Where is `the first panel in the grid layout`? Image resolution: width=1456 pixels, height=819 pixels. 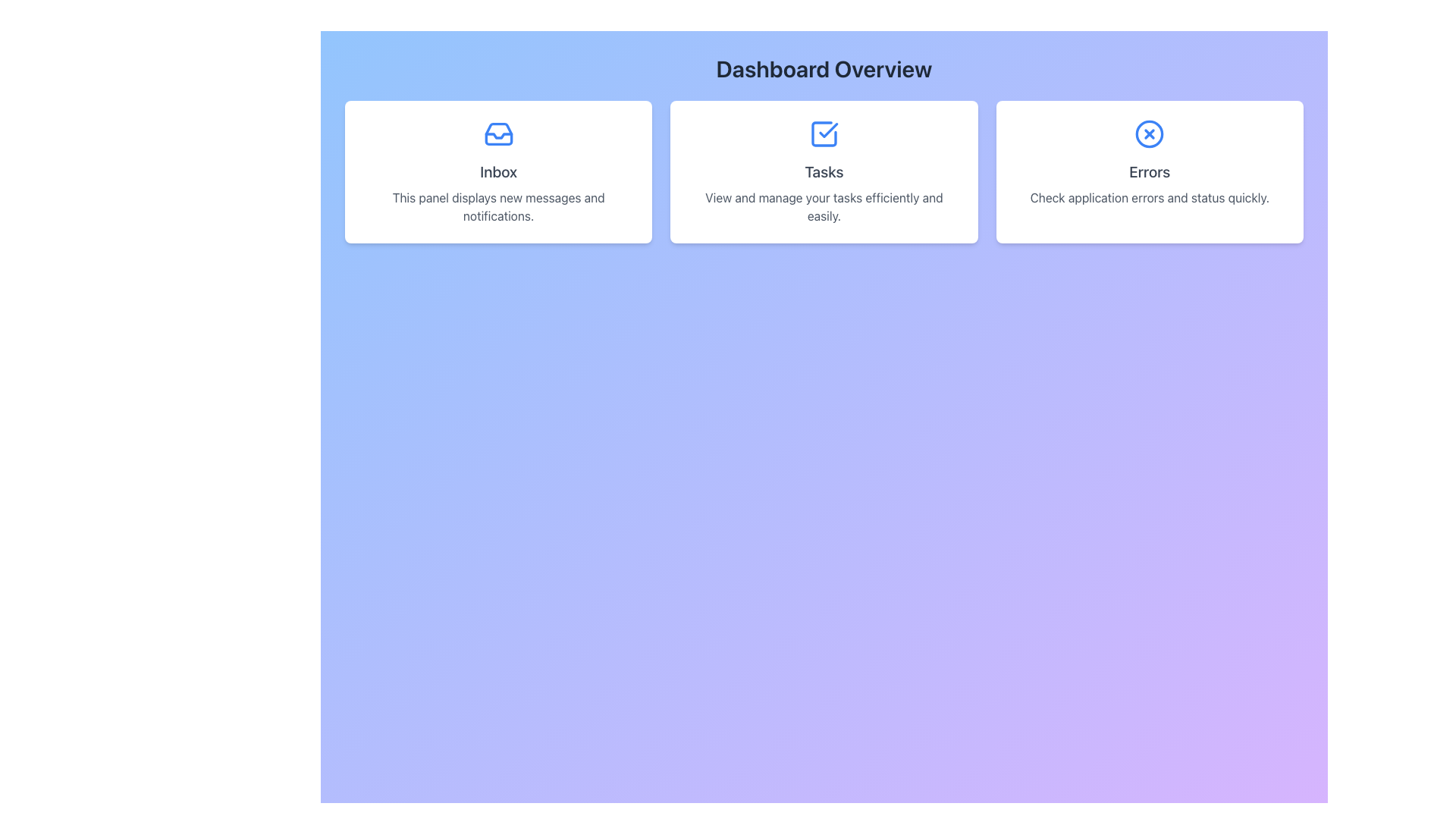 the first panel in the grid layout is located at coordinates (498, 171).